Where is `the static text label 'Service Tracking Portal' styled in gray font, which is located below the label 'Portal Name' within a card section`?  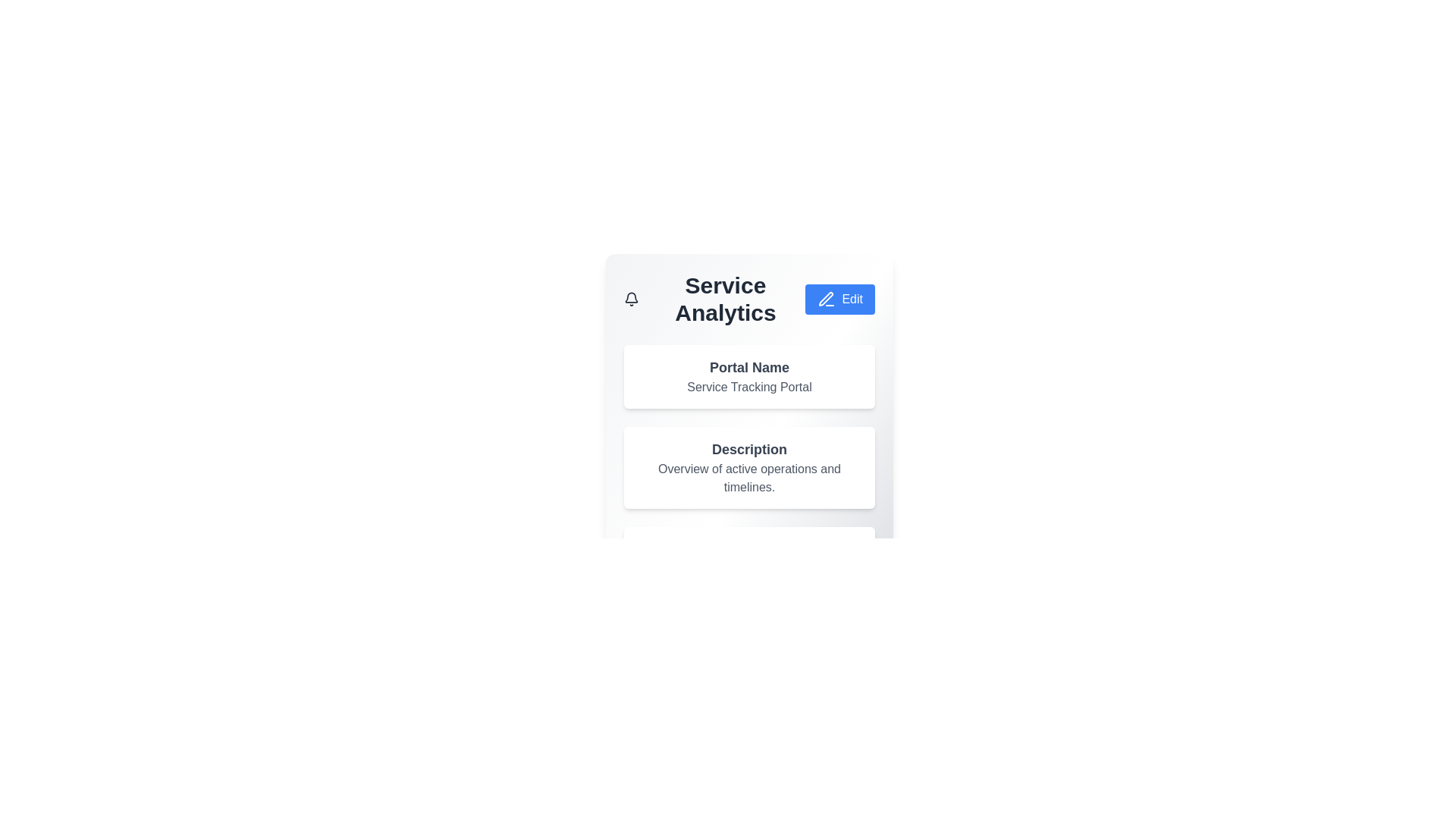
the static text label 'Service Tracking Portal' styled in gray font, which is located below the label 'Portal Name' within a card section is located at coordinates (749, 386).